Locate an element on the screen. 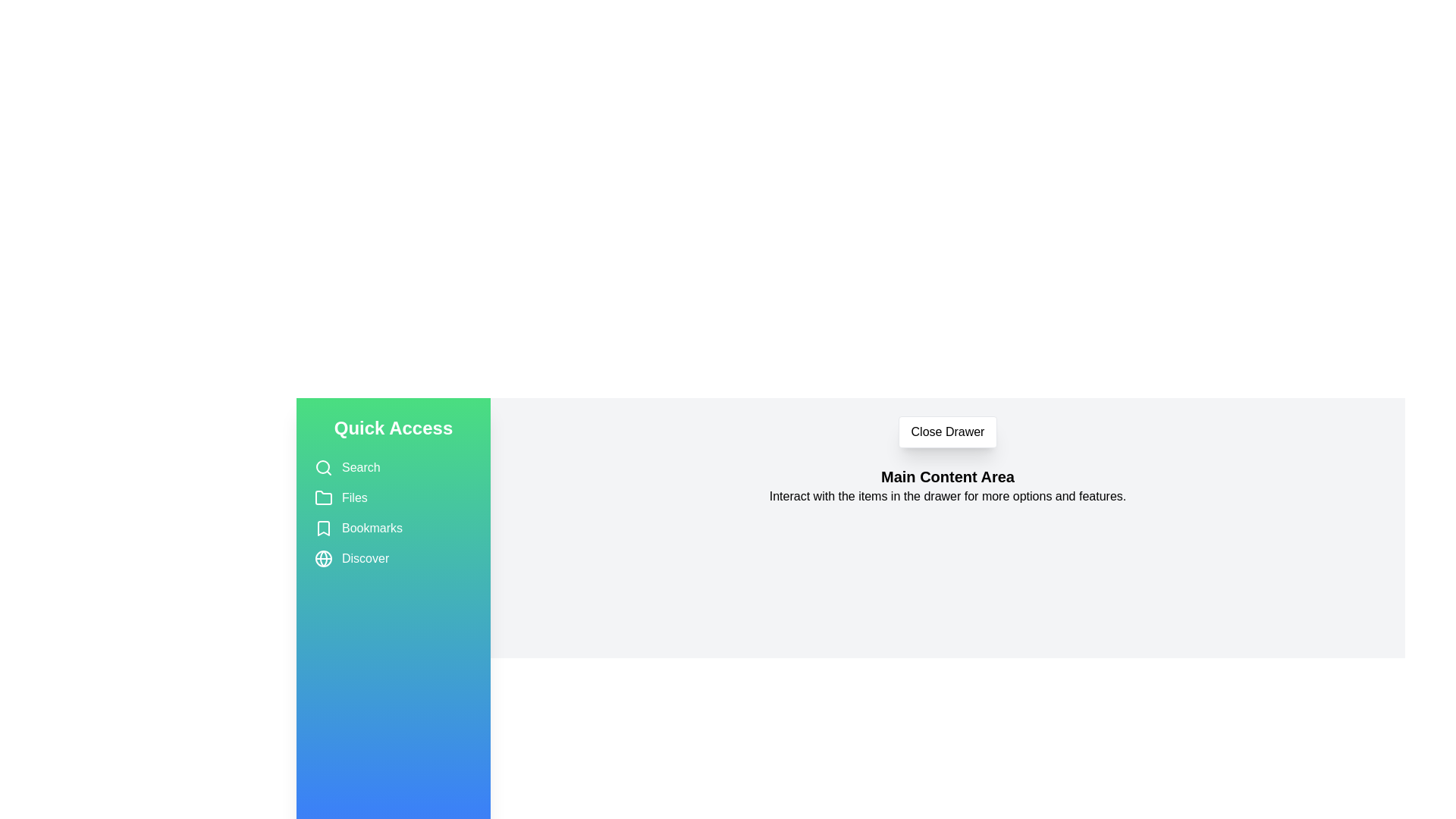 The width and height of the screenshot is (1456, 819). the item Discover in the drawer to select it is located at coordinates (393, 558).